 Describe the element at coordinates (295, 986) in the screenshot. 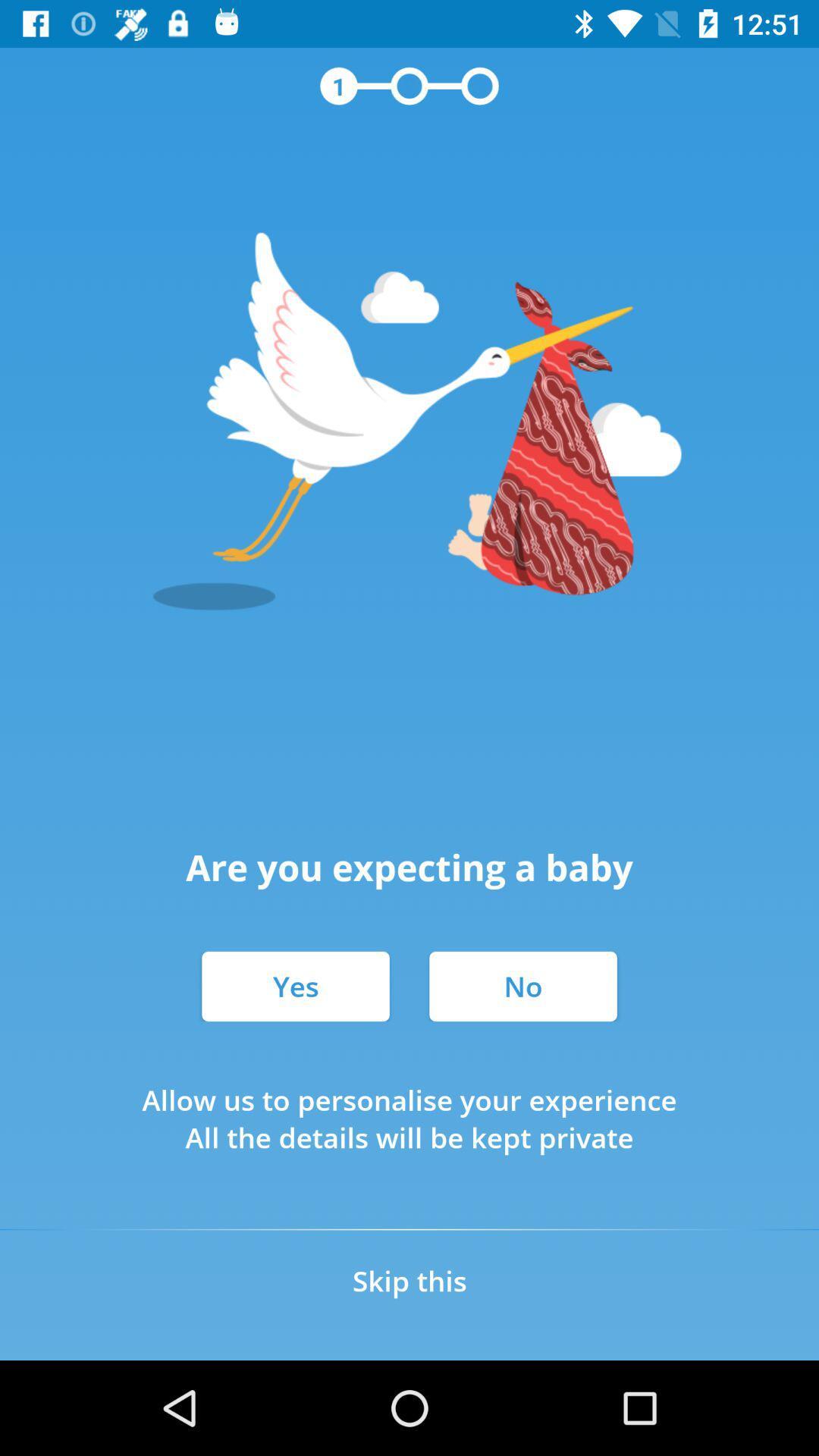

I see `the yes item` at that location.